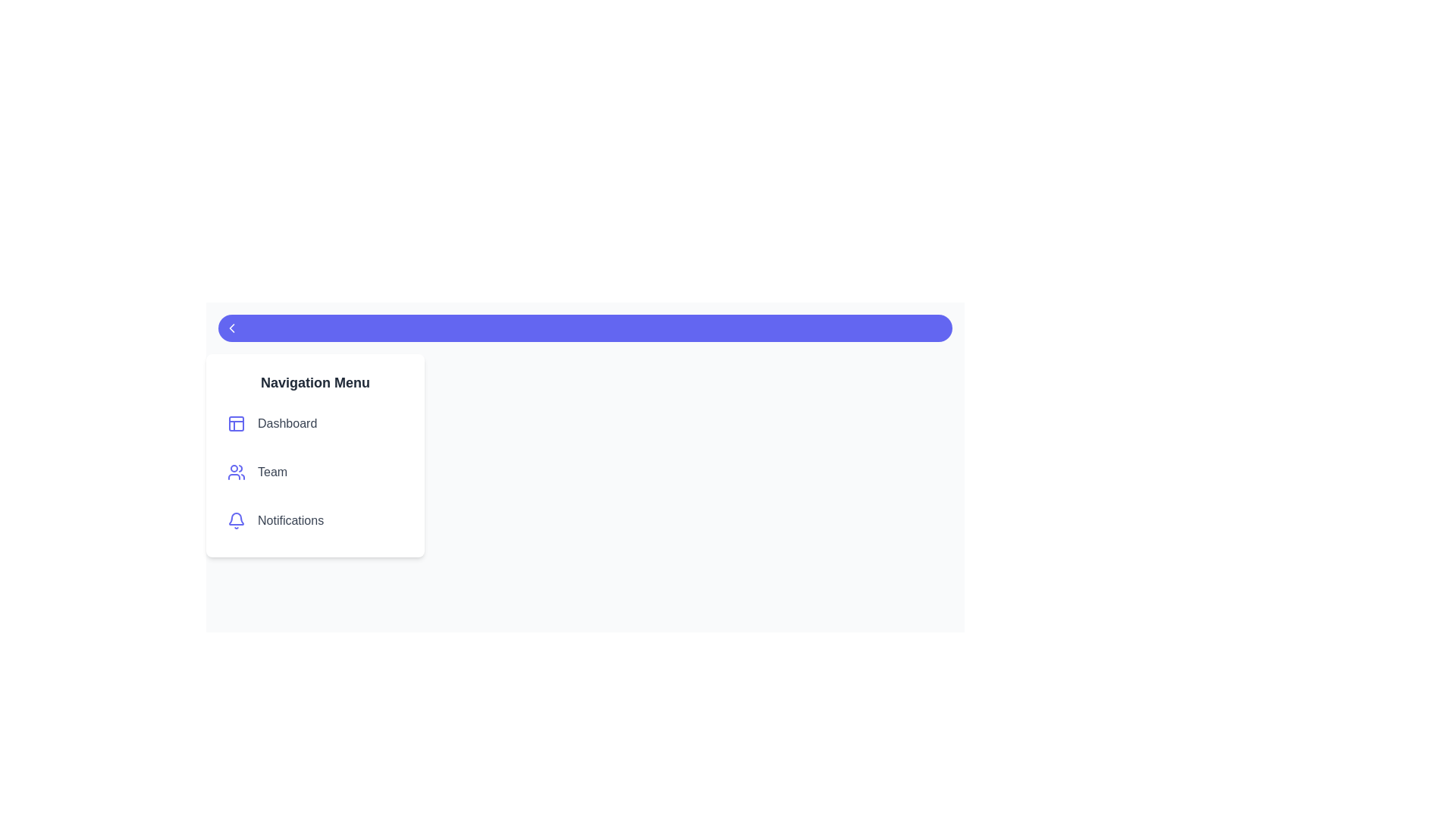 The image size is (1456, 819). I want to click on the menu item labeled Team to observe the visual feedback, so click(315, 472).